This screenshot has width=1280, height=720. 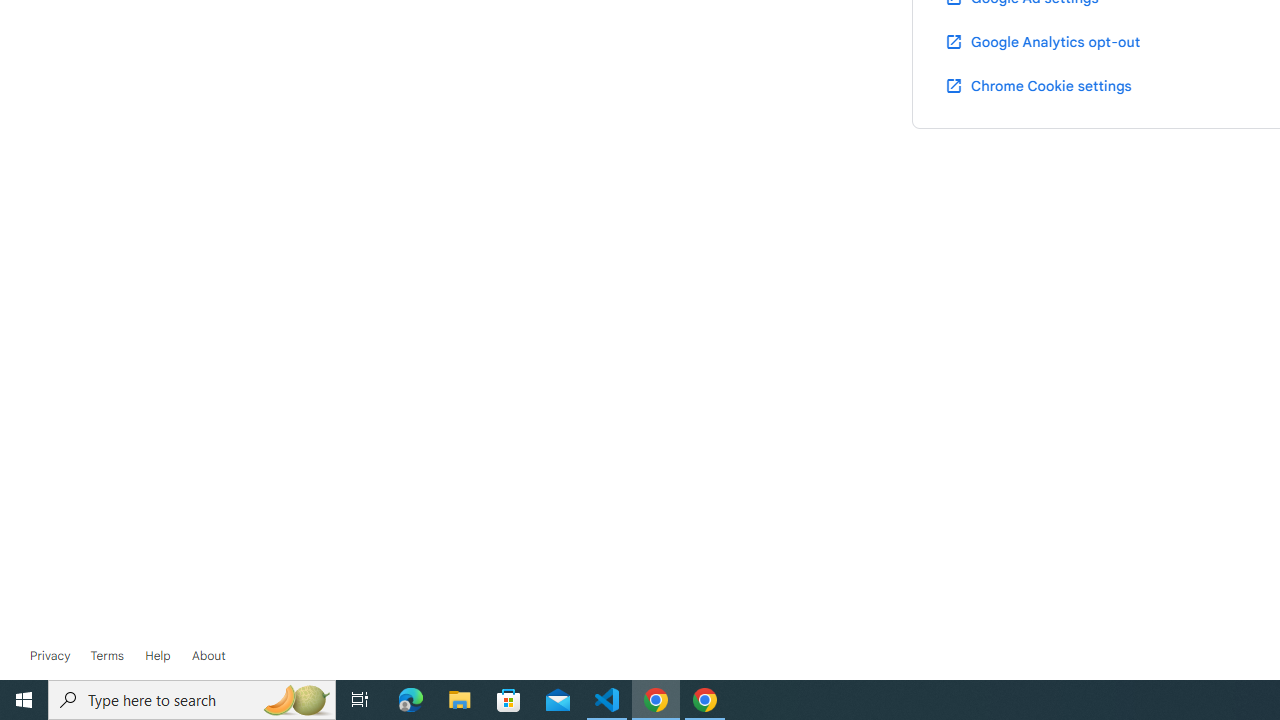 I want to click on 'Chrome Cookie settings', so click(x=1038, y=84).